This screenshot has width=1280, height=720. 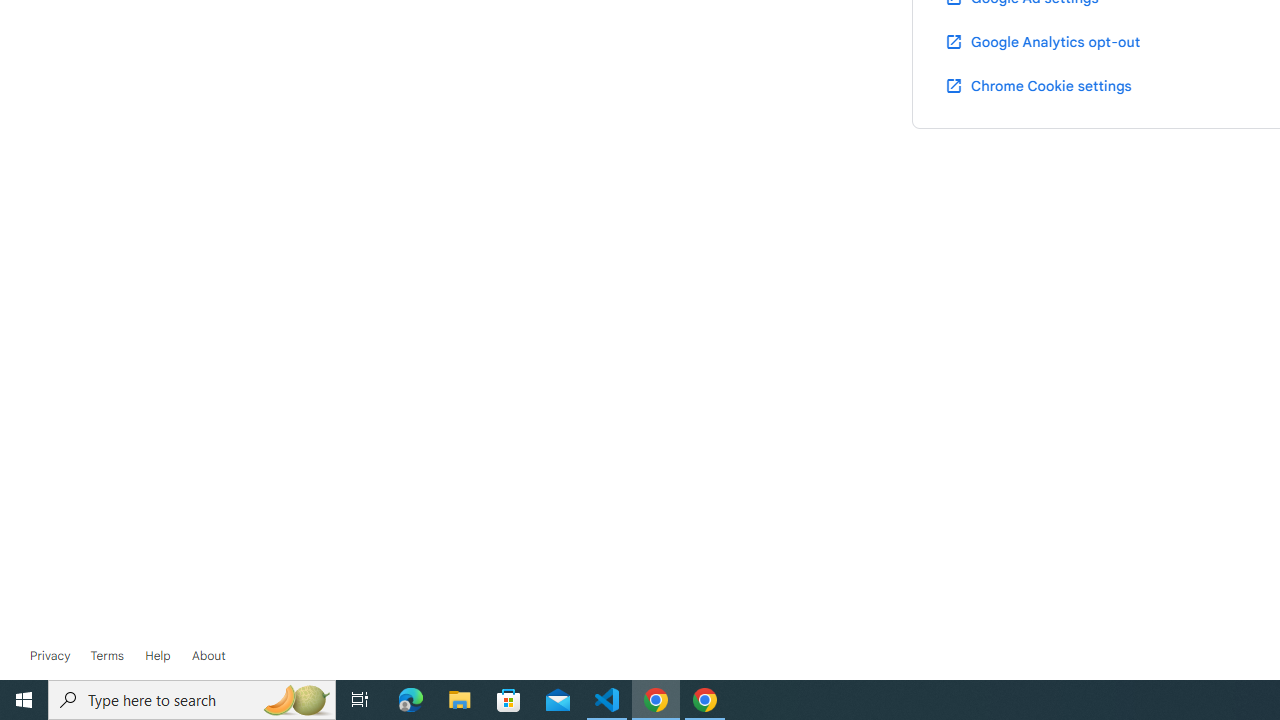 I want to click on 'Chrome Cookie settings', so click(x=1038, y=84).